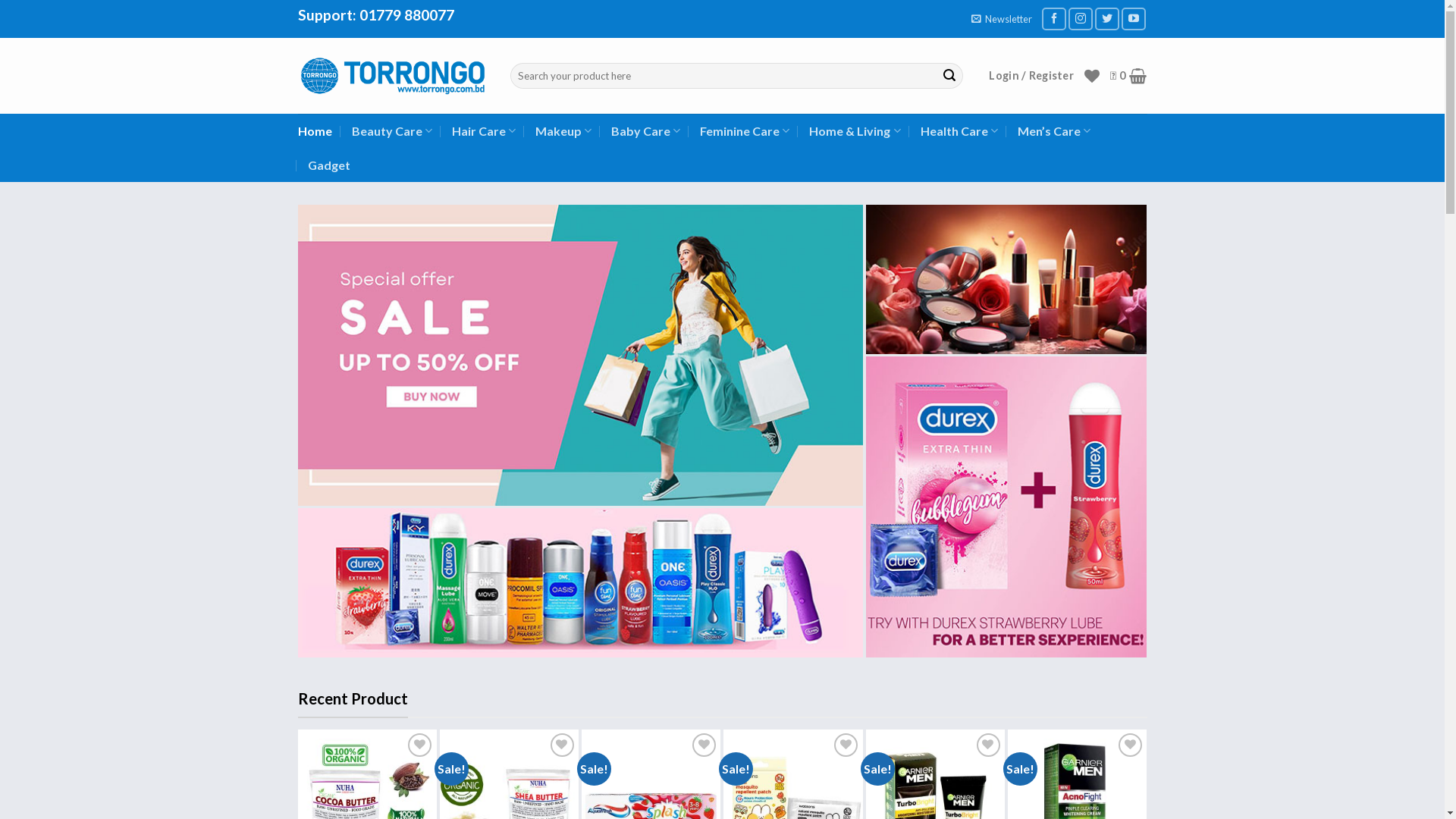  I want to click on 'Follow on Twitter', so click(1106, 18).